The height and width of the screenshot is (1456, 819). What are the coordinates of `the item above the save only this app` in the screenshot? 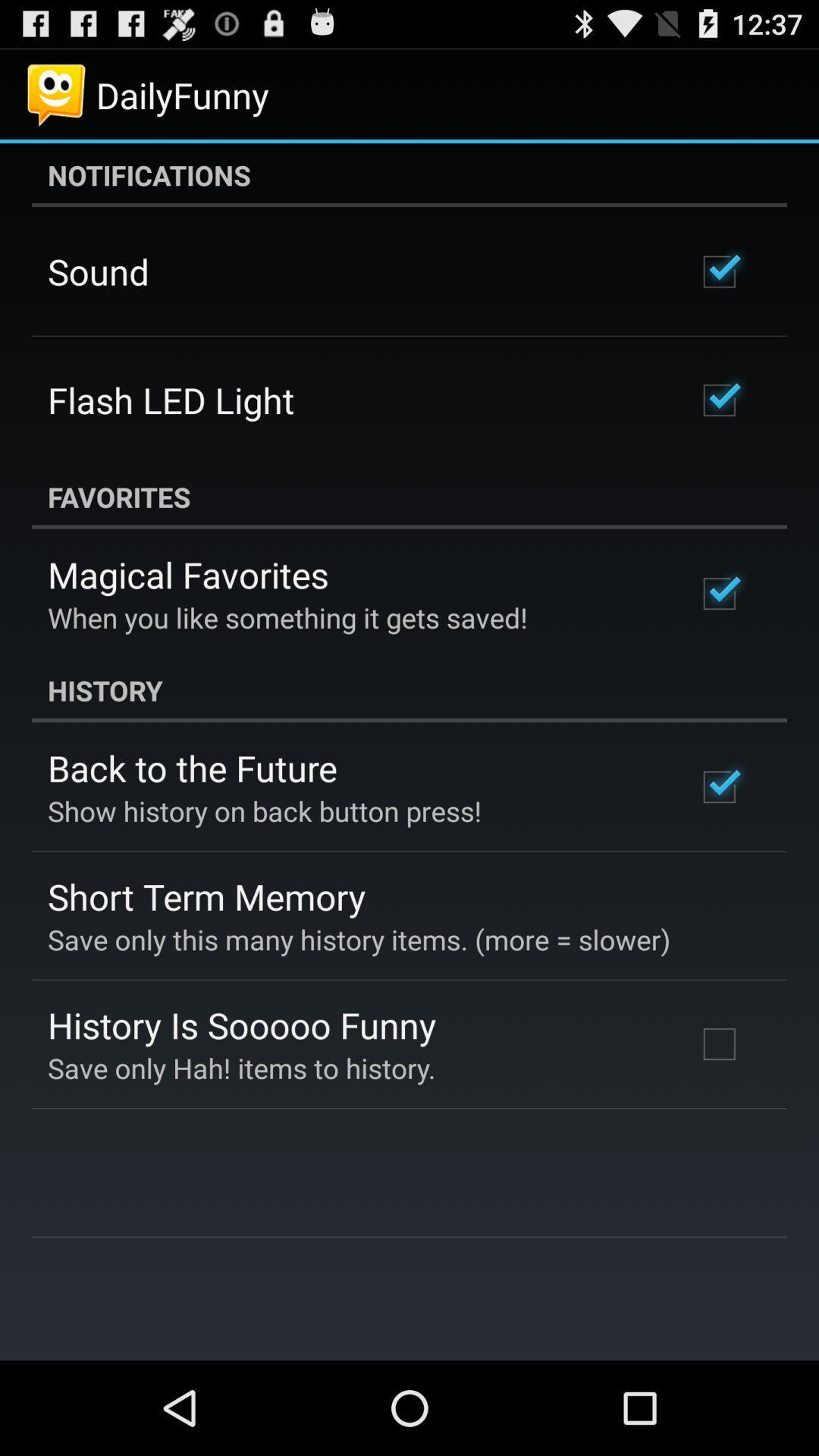 It's located at (206, 896).